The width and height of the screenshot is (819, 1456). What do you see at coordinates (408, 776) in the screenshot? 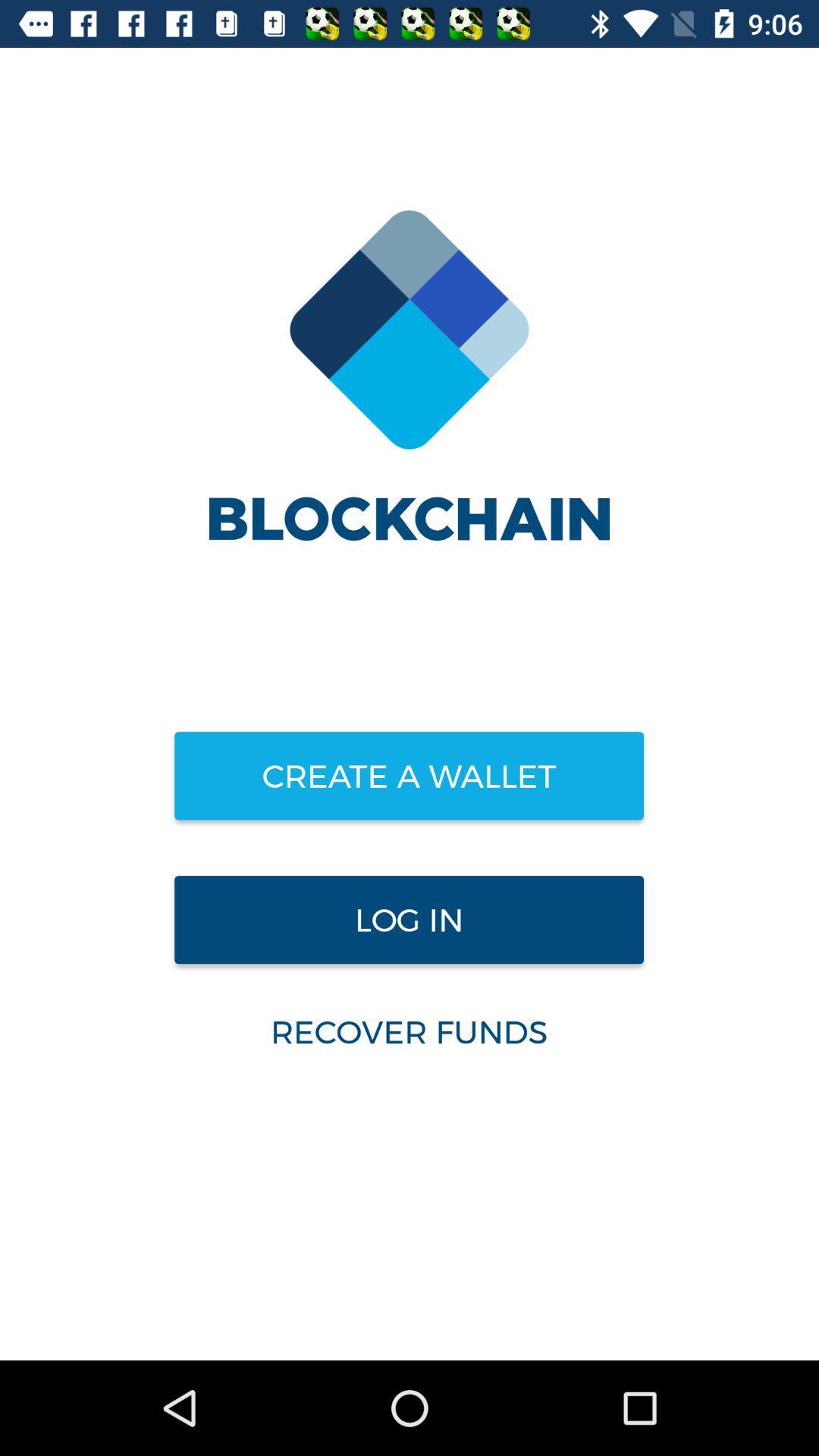
I see `item above the log in icon` at bounding box center [408, 776].